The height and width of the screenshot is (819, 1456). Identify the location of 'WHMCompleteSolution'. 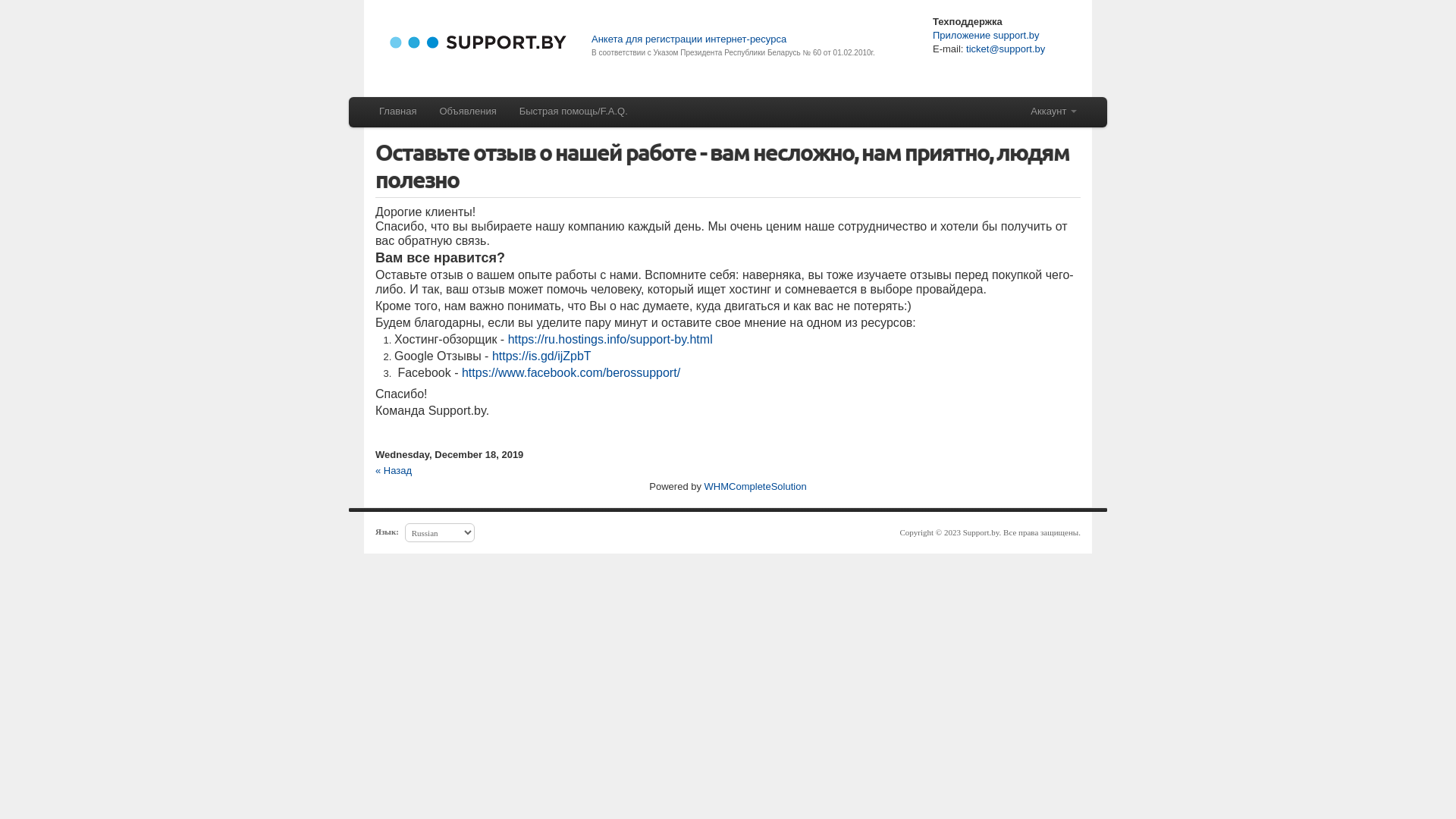
(755, 486).